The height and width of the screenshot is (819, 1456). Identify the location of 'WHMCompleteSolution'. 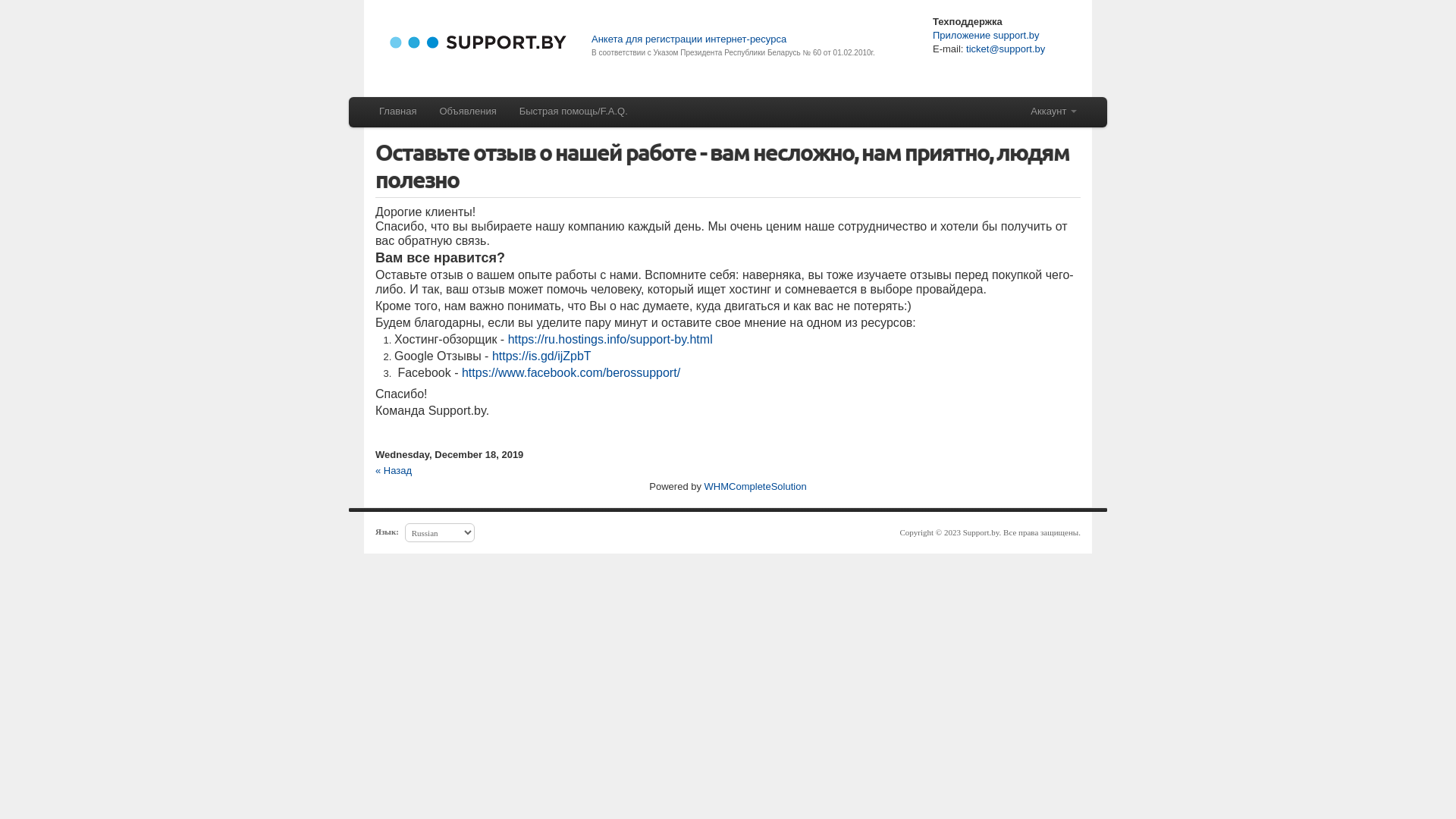
(755, 486).